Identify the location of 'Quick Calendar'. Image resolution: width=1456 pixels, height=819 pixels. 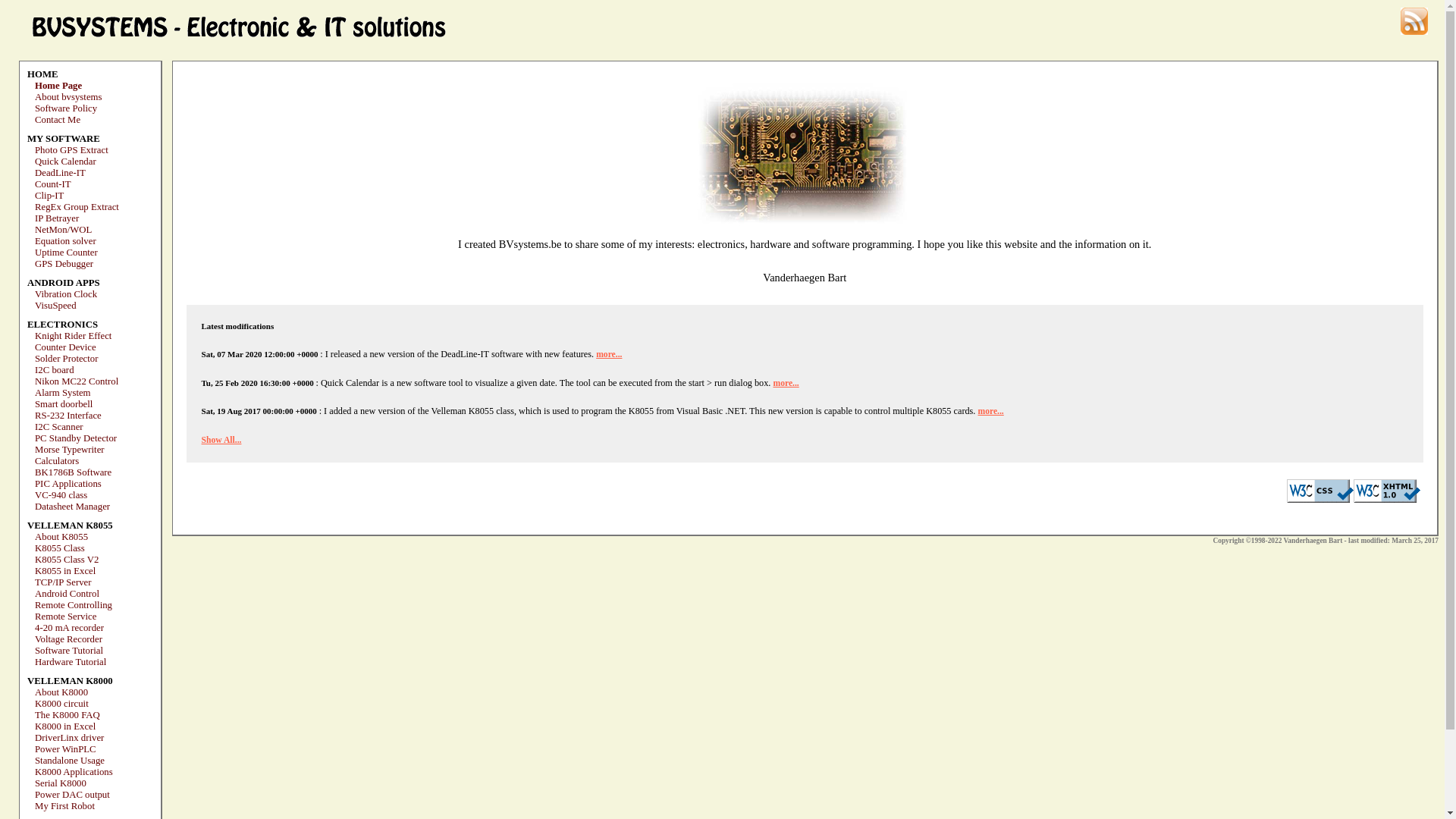
(64, 161).